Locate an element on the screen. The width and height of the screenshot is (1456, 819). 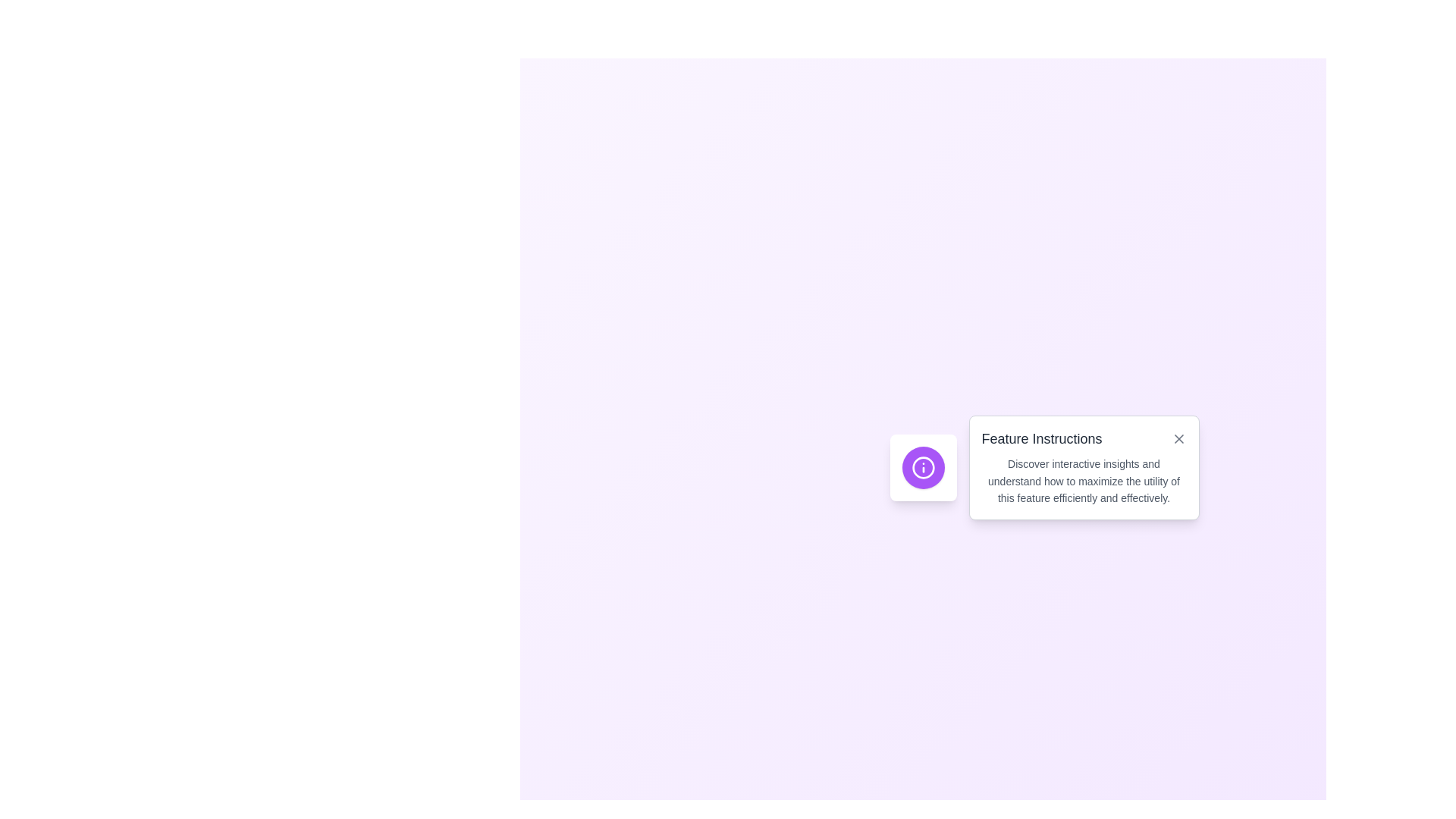
the purple circular button with a white info icon at its center, located at the center-left of the instructional tooltip box is located at coordinates (922, 467).